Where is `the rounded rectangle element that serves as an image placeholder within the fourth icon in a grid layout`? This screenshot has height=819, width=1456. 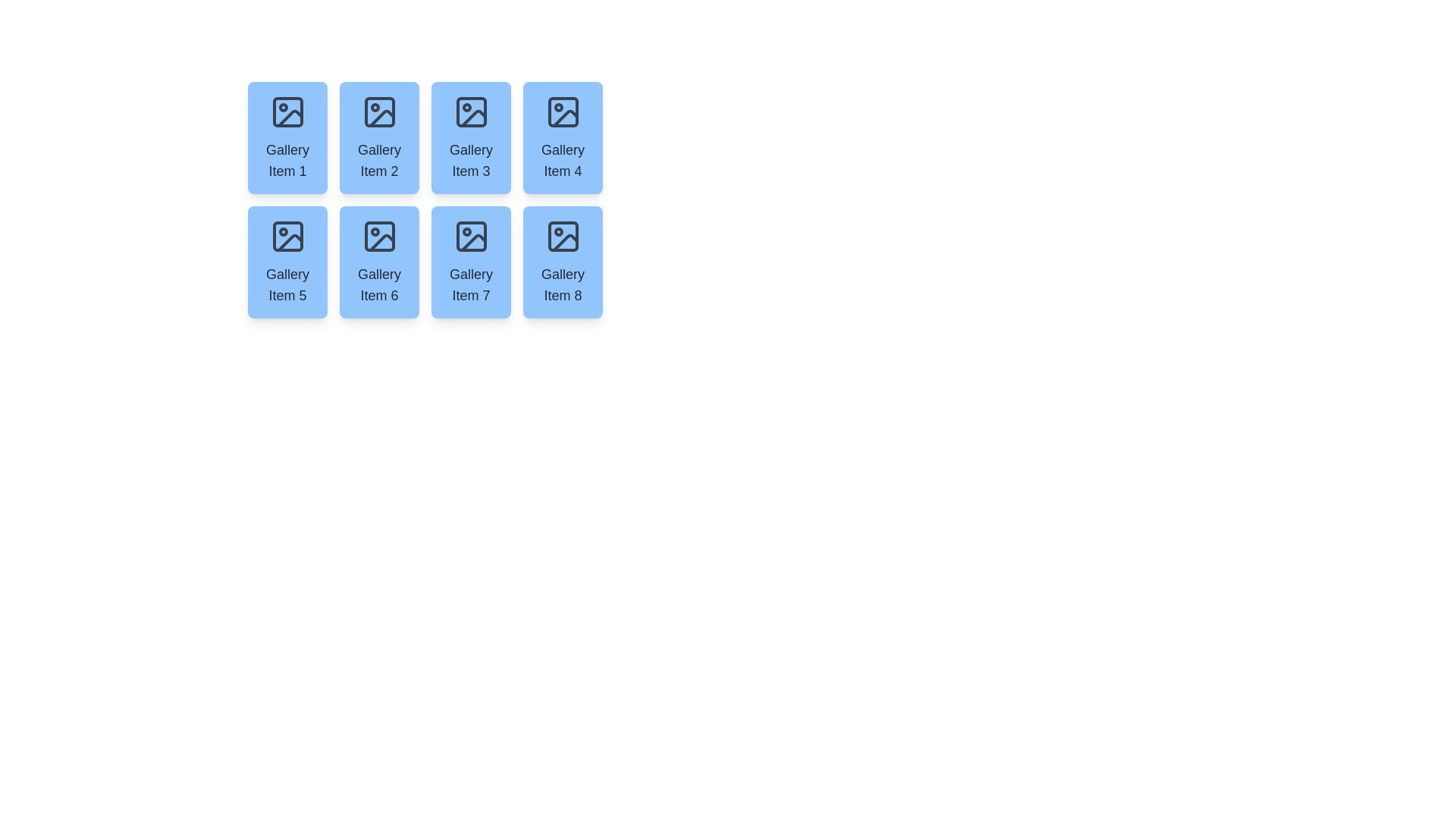 the rounded rectangle element that serves as an image placeholder within the fourth icon in a grid layout is located at coordinates (562, 111).